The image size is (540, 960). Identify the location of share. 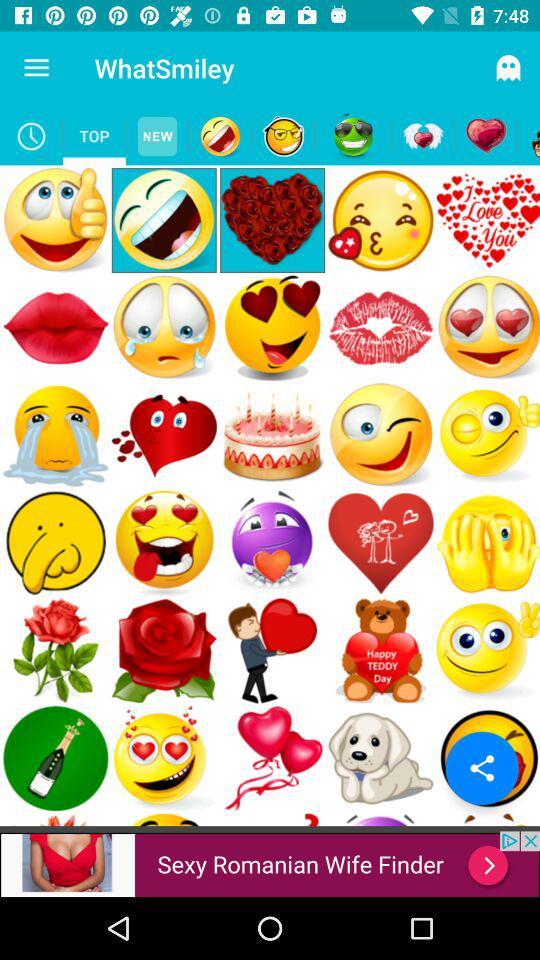
(481, 767).